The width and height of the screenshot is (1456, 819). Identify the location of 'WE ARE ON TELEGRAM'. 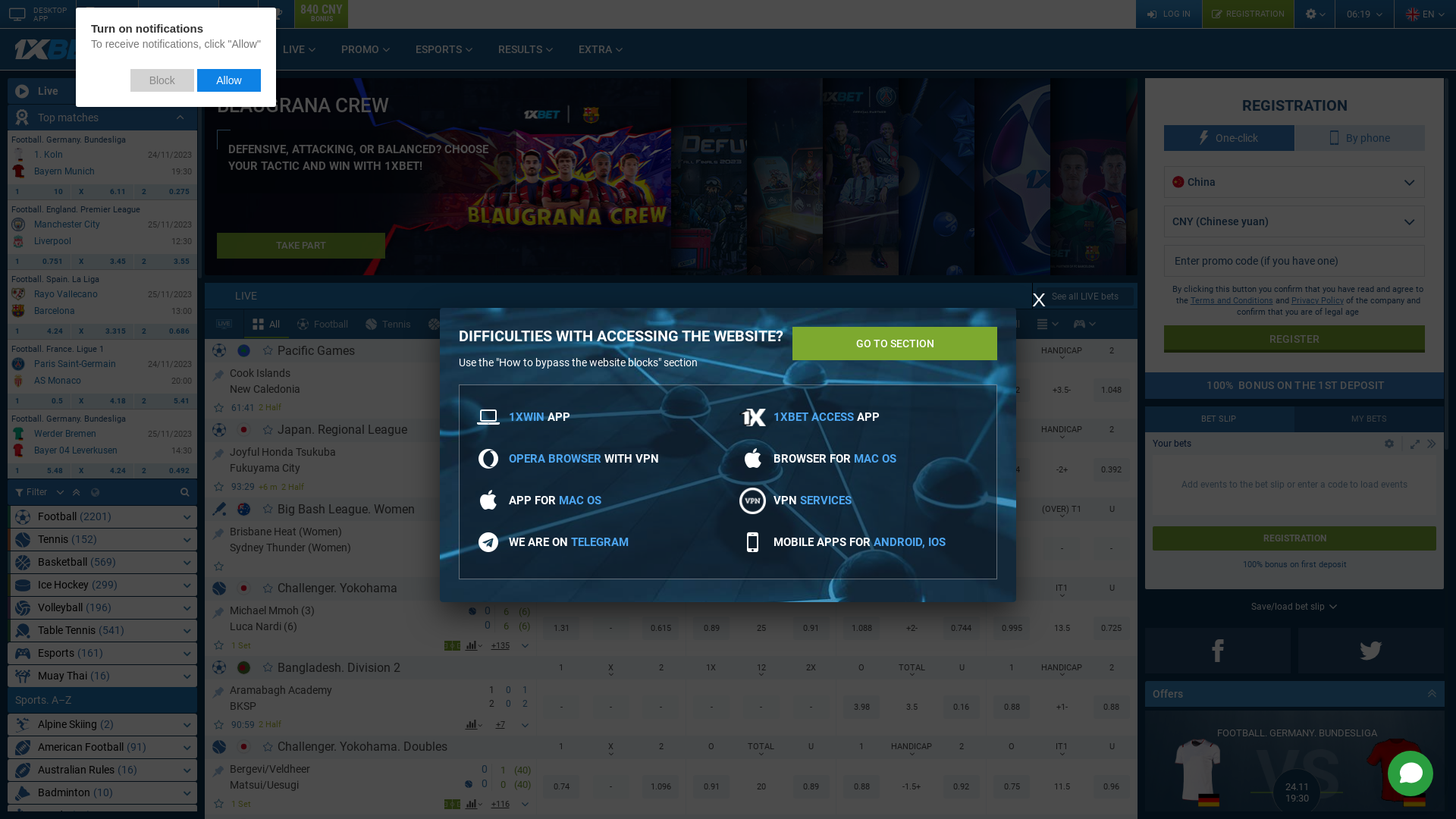
(509, 541).